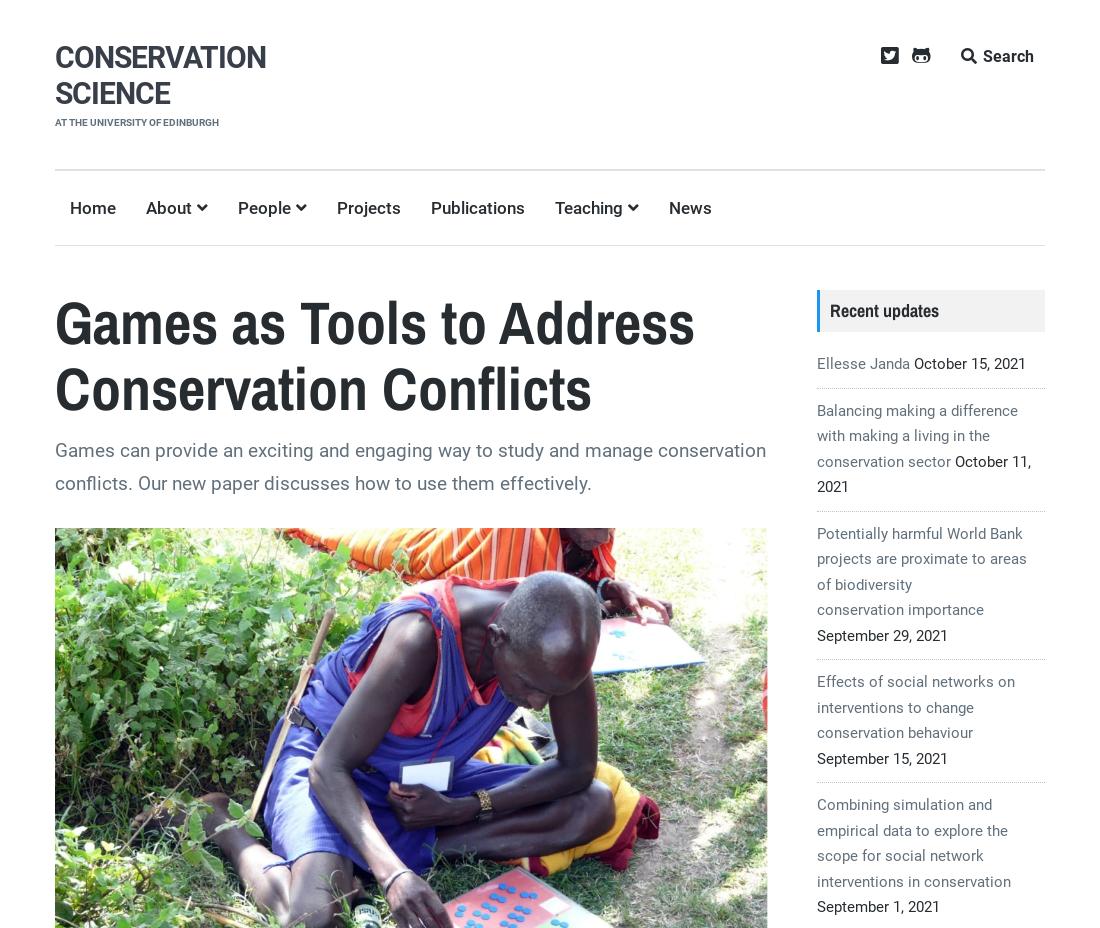  Describe the element at coordinates (816, 473) in the screenshot. I see `'October 11, 2021'` at that location.